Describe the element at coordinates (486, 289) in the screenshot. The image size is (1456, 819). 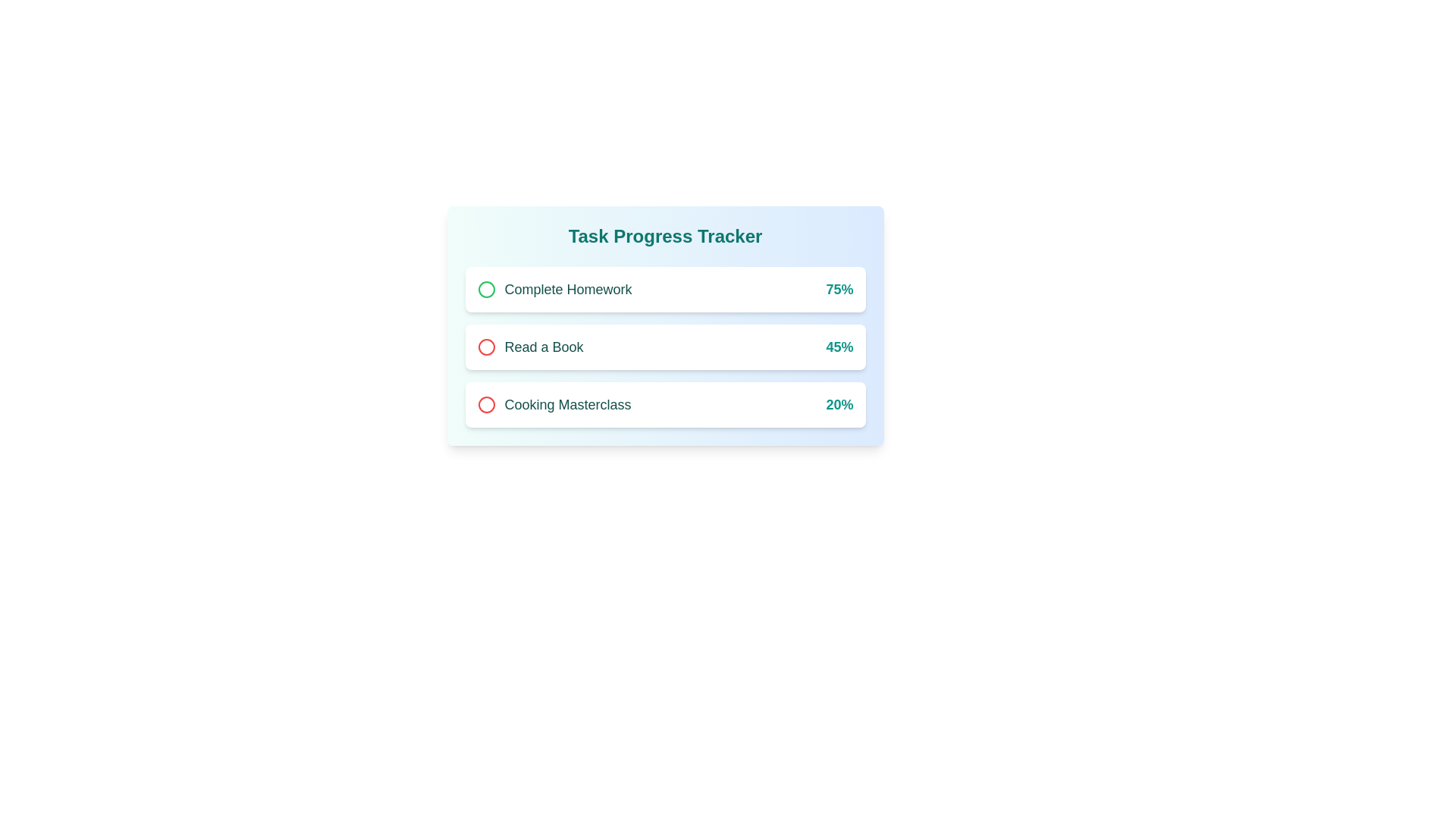
I see `the Circle (SVG Shape Component) that visually represents the completion state of the 'Complete Homework' task item in the progress tracker` at that location.